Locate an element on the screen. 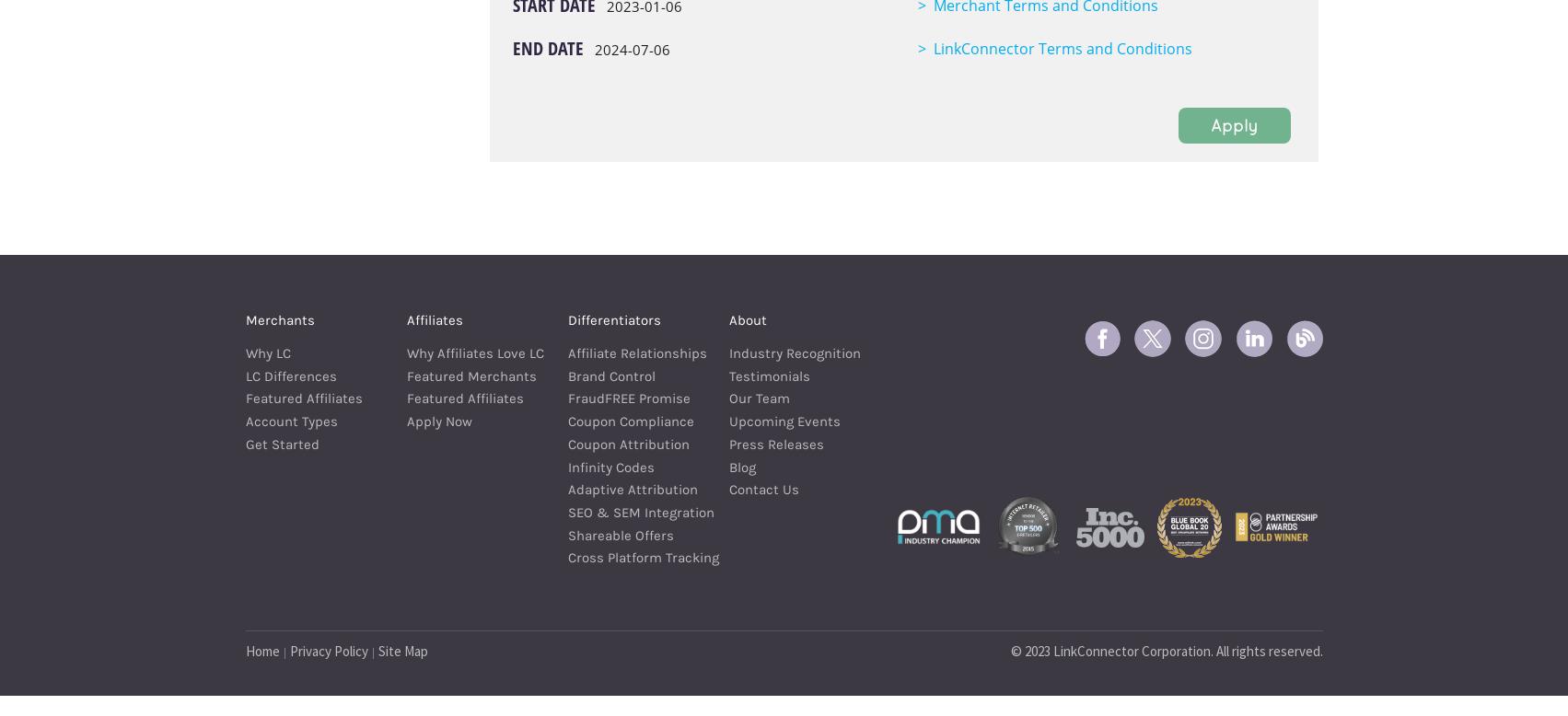 The width and height of the screenshot is (1568, 716). 'Apply Now' is located at coordinates (406, 421).